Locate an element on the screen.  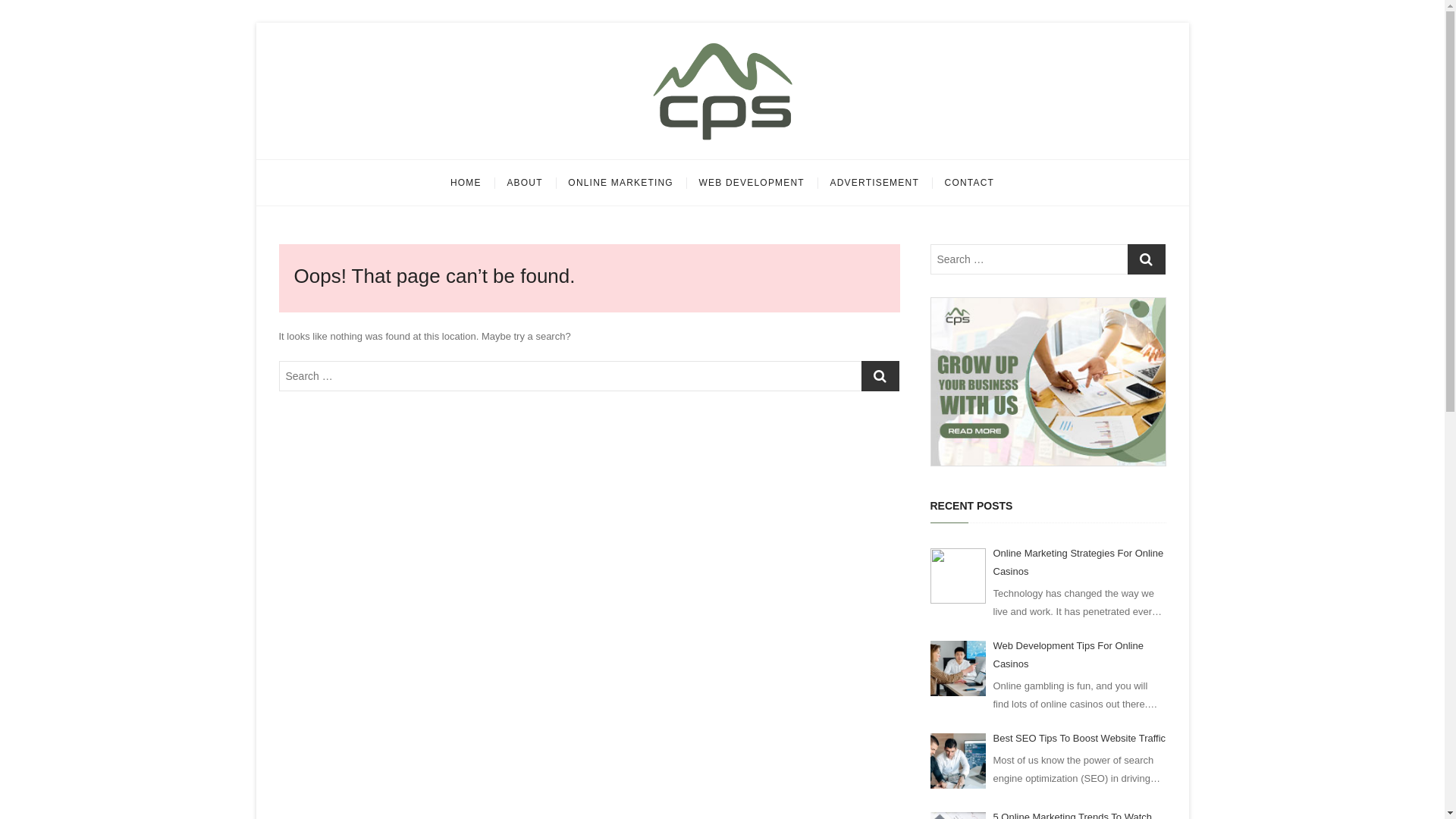
'HOME' is located at coordinates (438, 181).